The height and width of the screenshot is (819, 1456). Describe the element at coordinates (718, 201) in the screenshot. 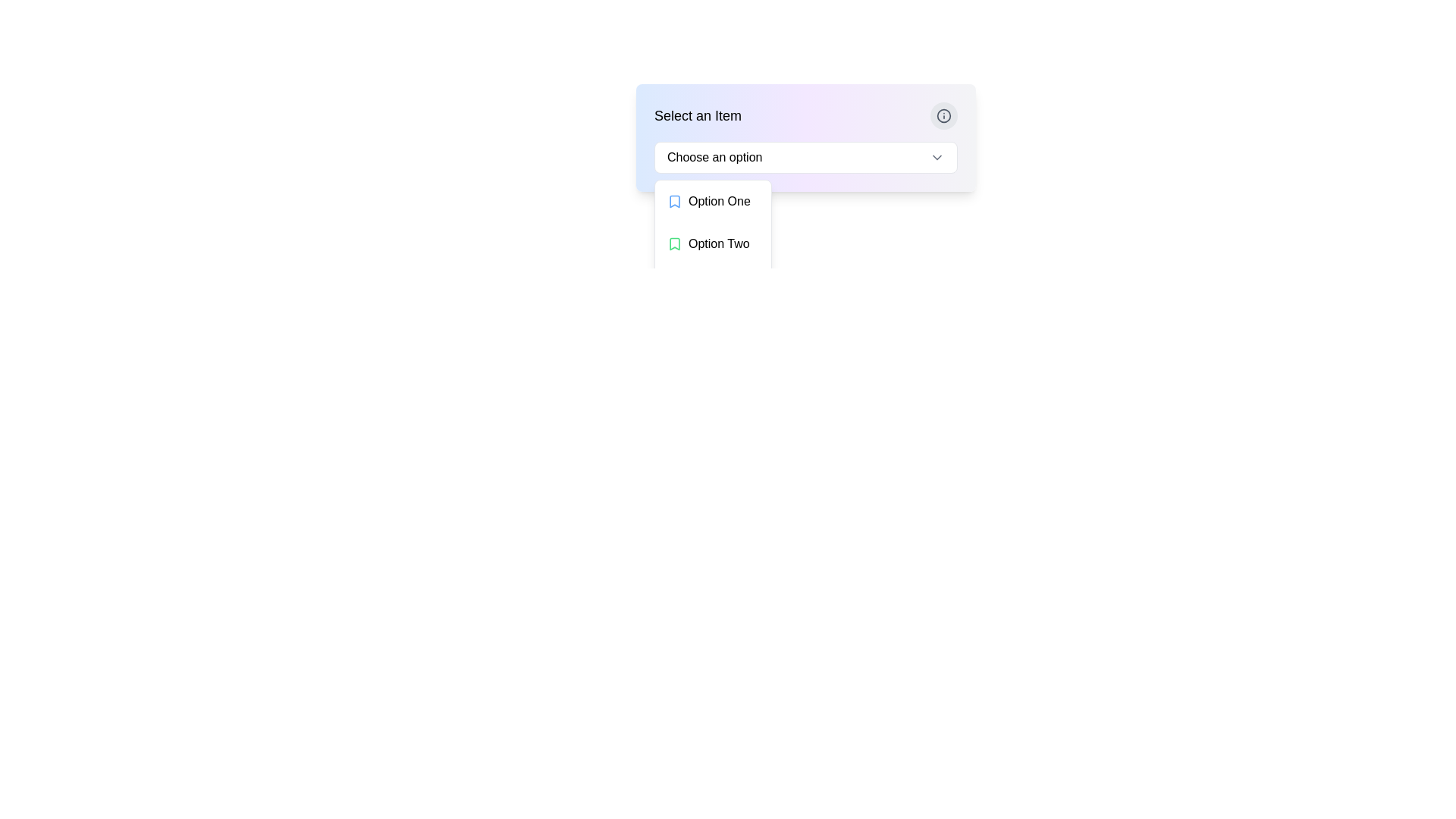

I see `the text label for the first option in the dropdown menu, which is located to the right of a bookmark icon` at that location.